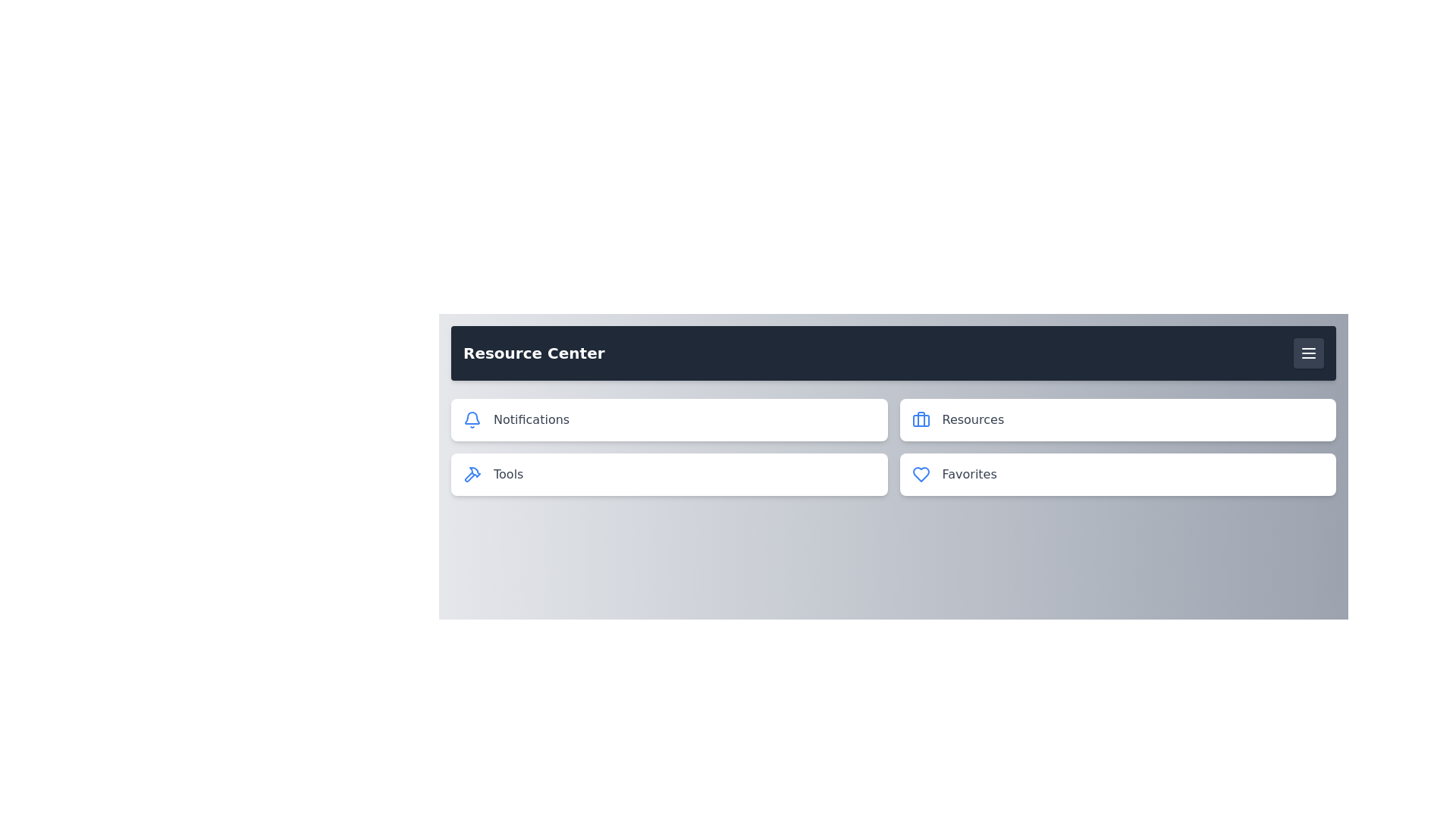  Describe the element at coordinates (1118, 473) in the screenshot. I see `the Favorites menu item` at that location.